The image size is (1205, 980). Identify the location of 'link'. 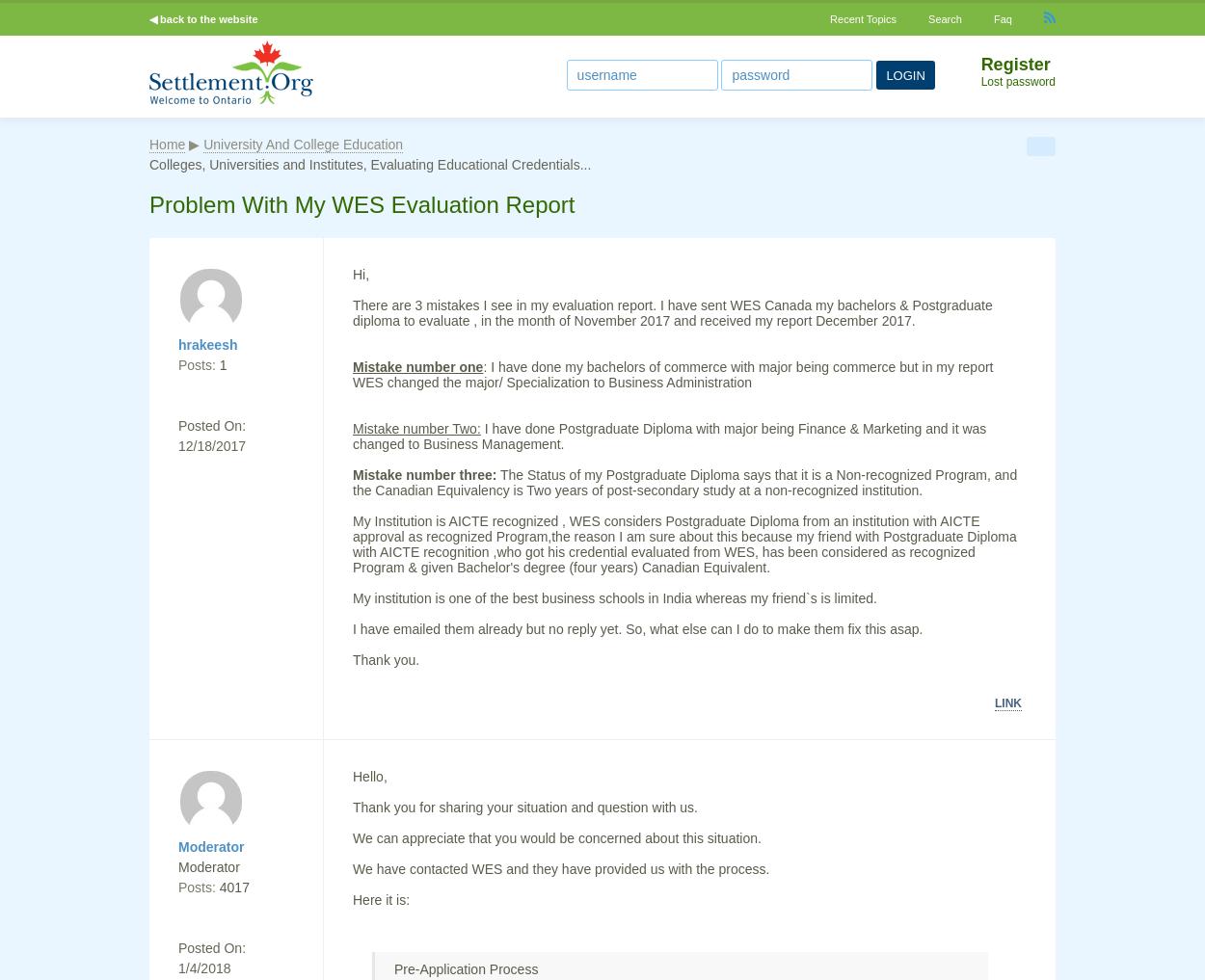
(1008, 702).